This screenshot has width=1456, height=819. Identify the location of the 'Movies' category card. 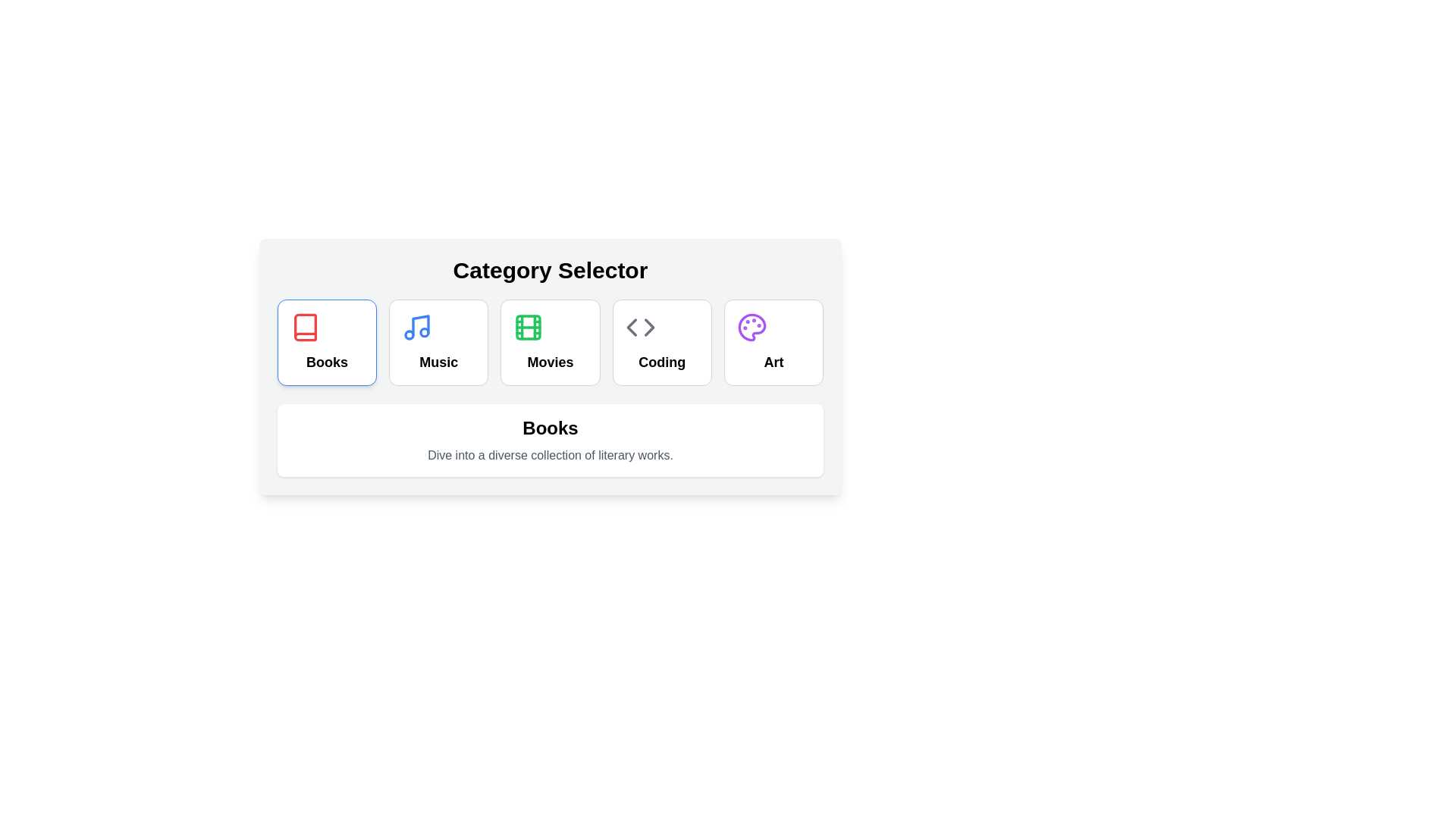
(549, 342).